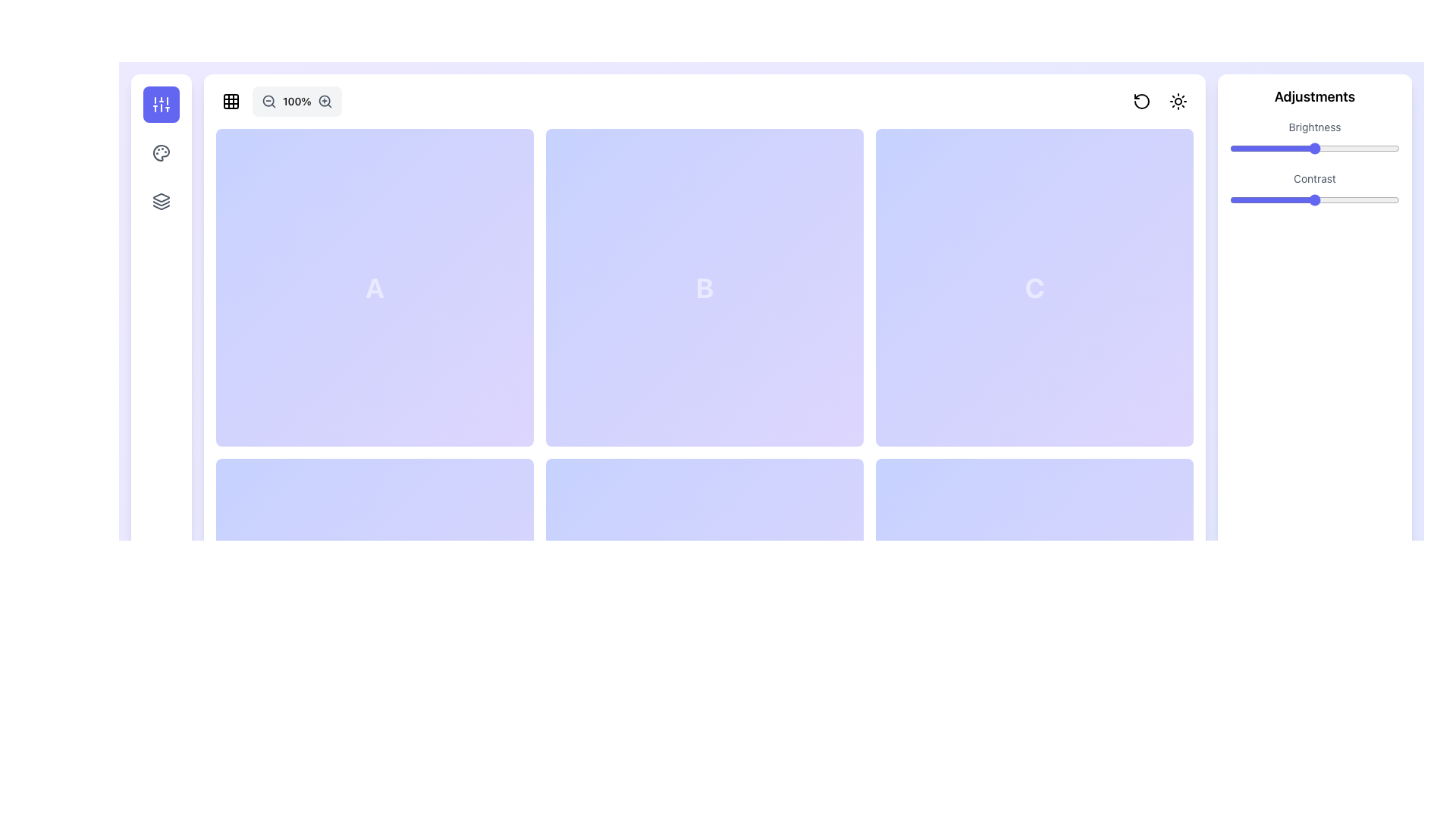 The height and width of the screenshot is (819, 1456). I want to click on the circular sun icon button with a black outline in the top-right corner of the interface, so click(1178, 102).